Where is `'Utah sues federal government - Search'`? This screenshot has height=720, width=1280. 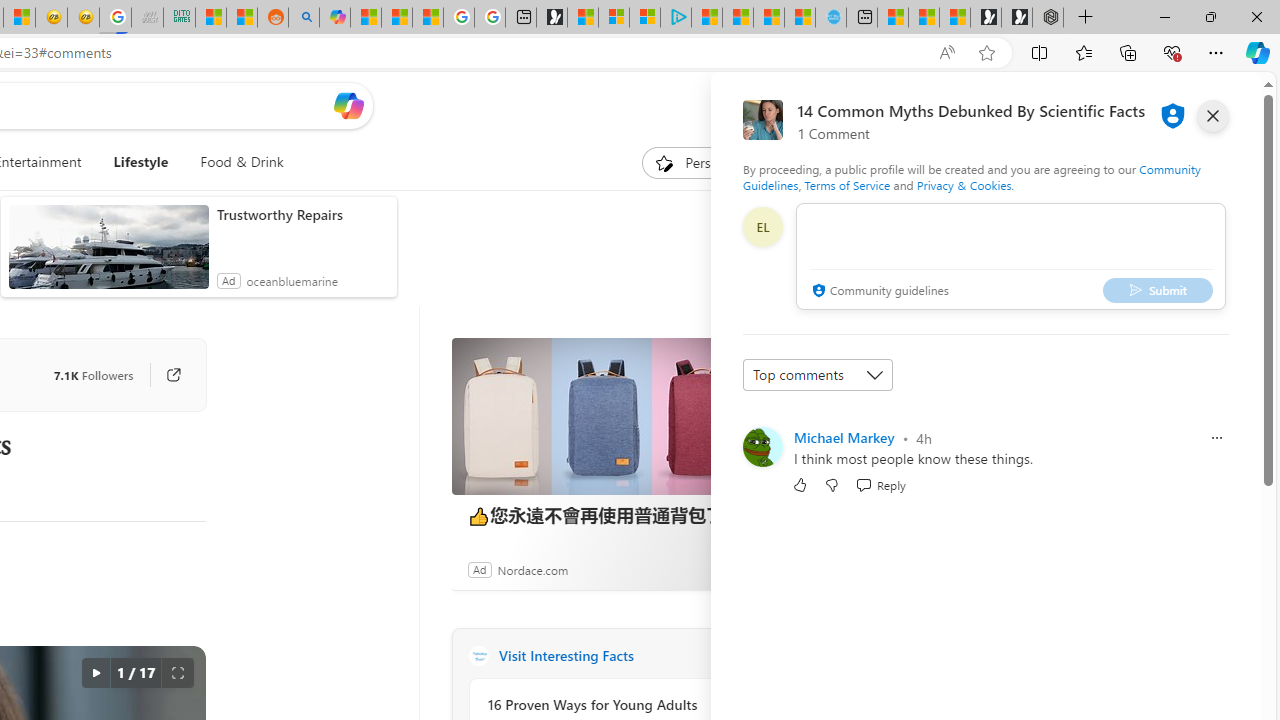
'Utah sues federal government - Search' is located at coordinates (303, 17).